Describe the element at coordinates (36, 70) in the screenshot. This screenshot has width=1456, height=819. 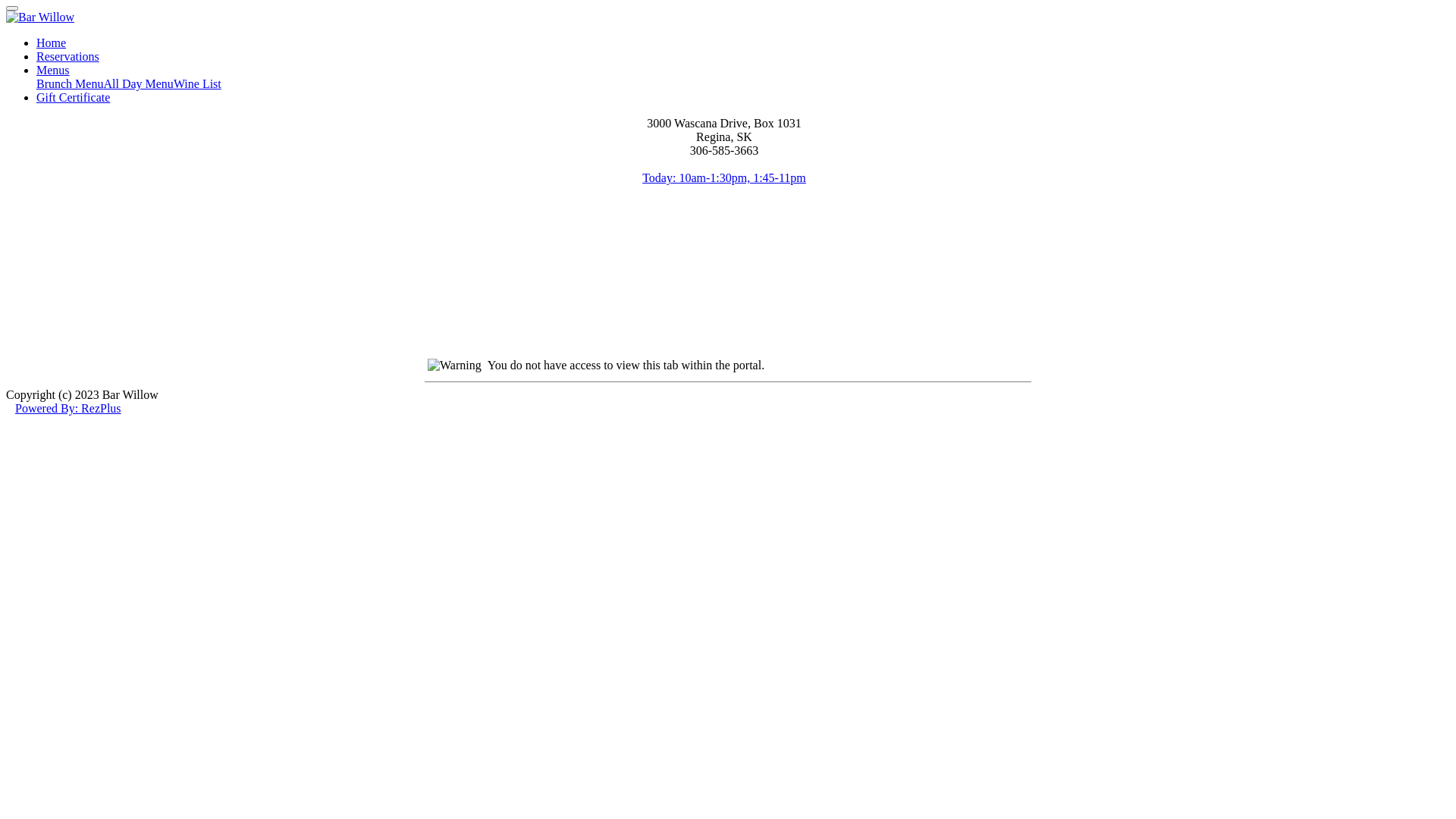
I see `'Menus'` at that location.